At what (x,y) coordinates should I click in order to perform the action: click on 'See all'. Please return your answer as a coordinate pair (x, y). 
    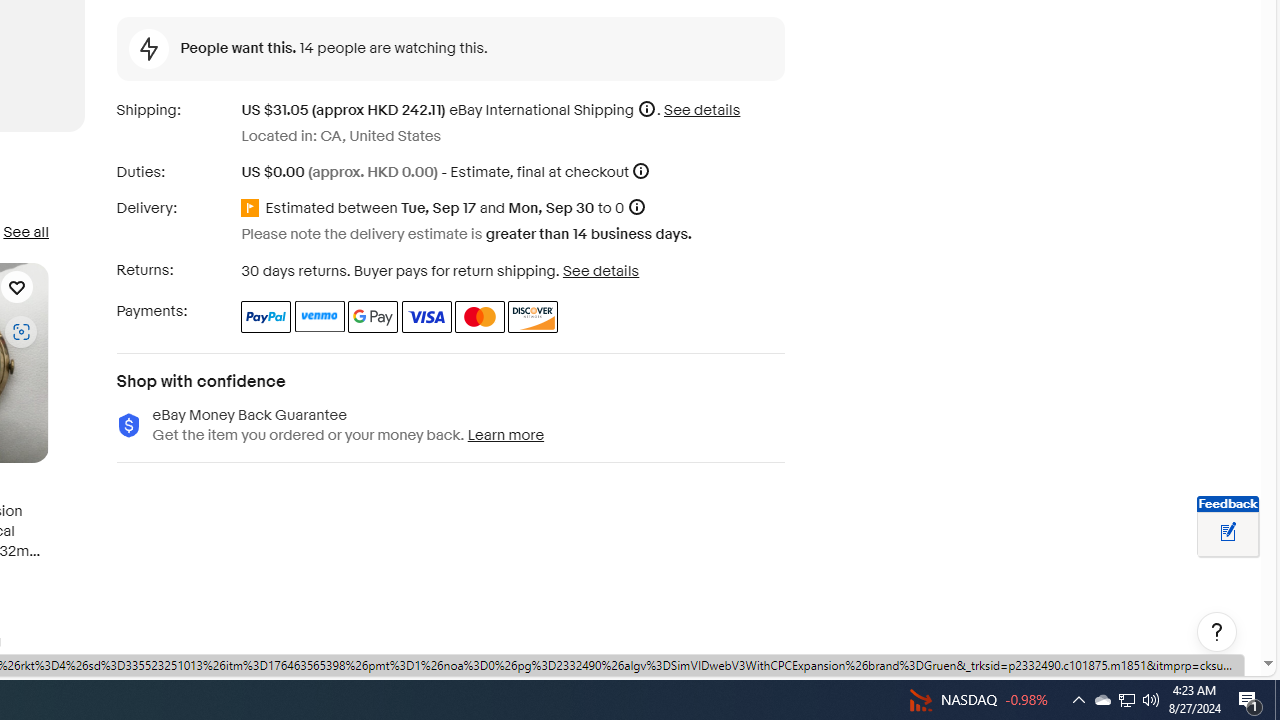
    Looking at the image, I should click on (25, 231).